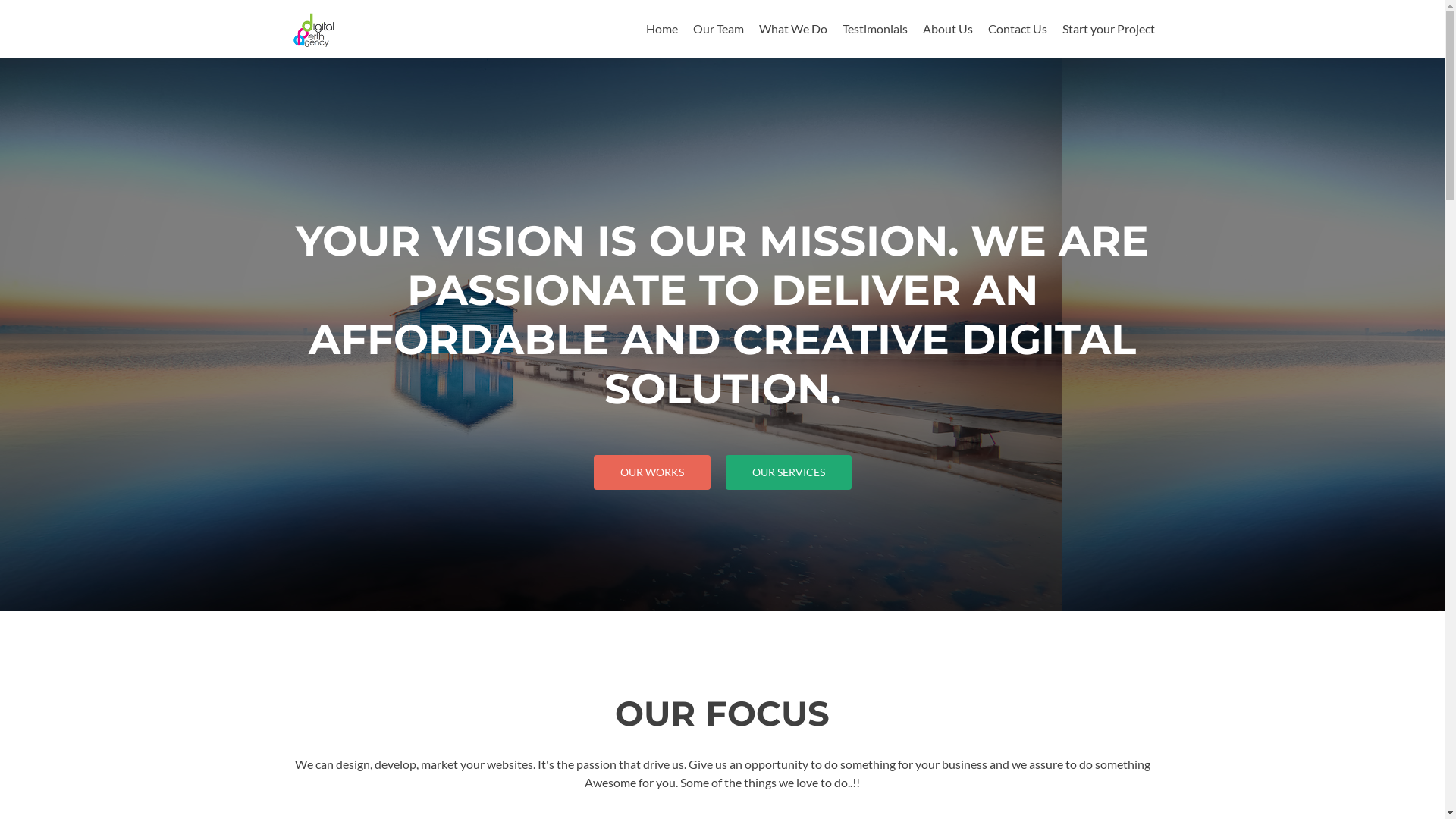 The width and height of the screenshot is (1456, 819). What do you see at coordinates (787, 472) in the screenshot?
I see `'OUR SERVICES'` at bounding box center [787, 472].